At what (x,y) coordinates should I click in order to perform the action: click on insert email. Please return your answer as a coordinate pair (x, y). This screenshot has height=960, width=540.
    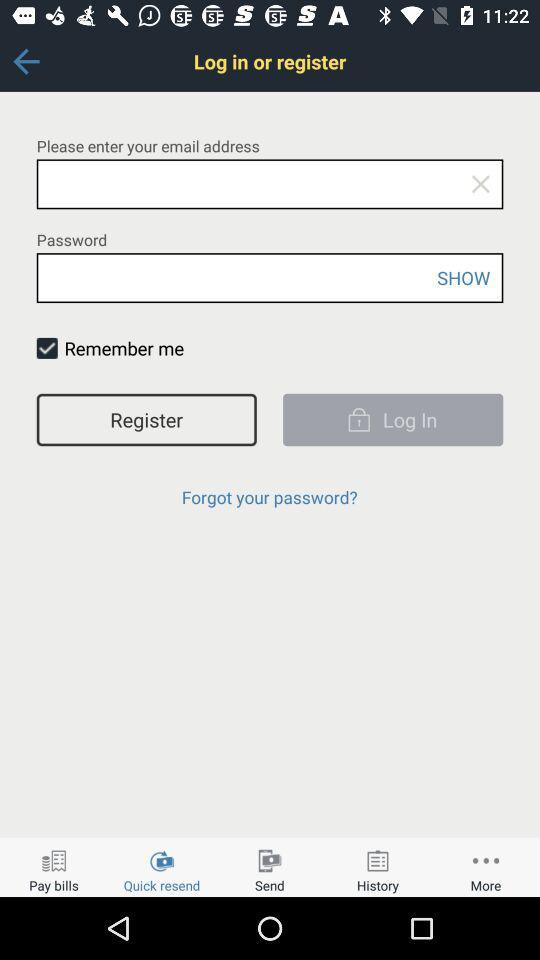
    Looking at the image, I should click on (270, 184).